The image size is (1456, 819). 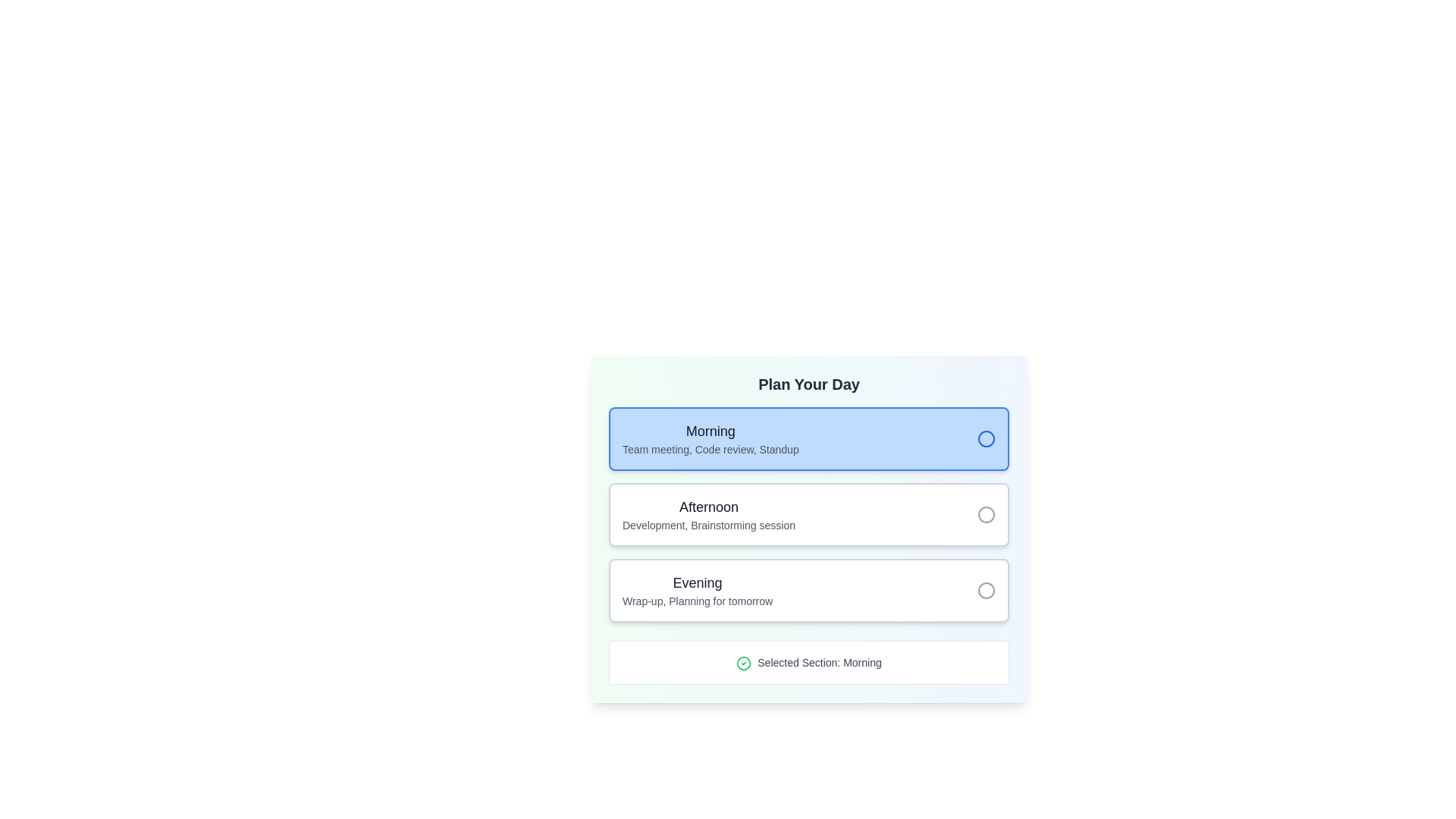 I want to click on the radio button selection indicator for the 'Morning' section, so click(x=986, y=438).